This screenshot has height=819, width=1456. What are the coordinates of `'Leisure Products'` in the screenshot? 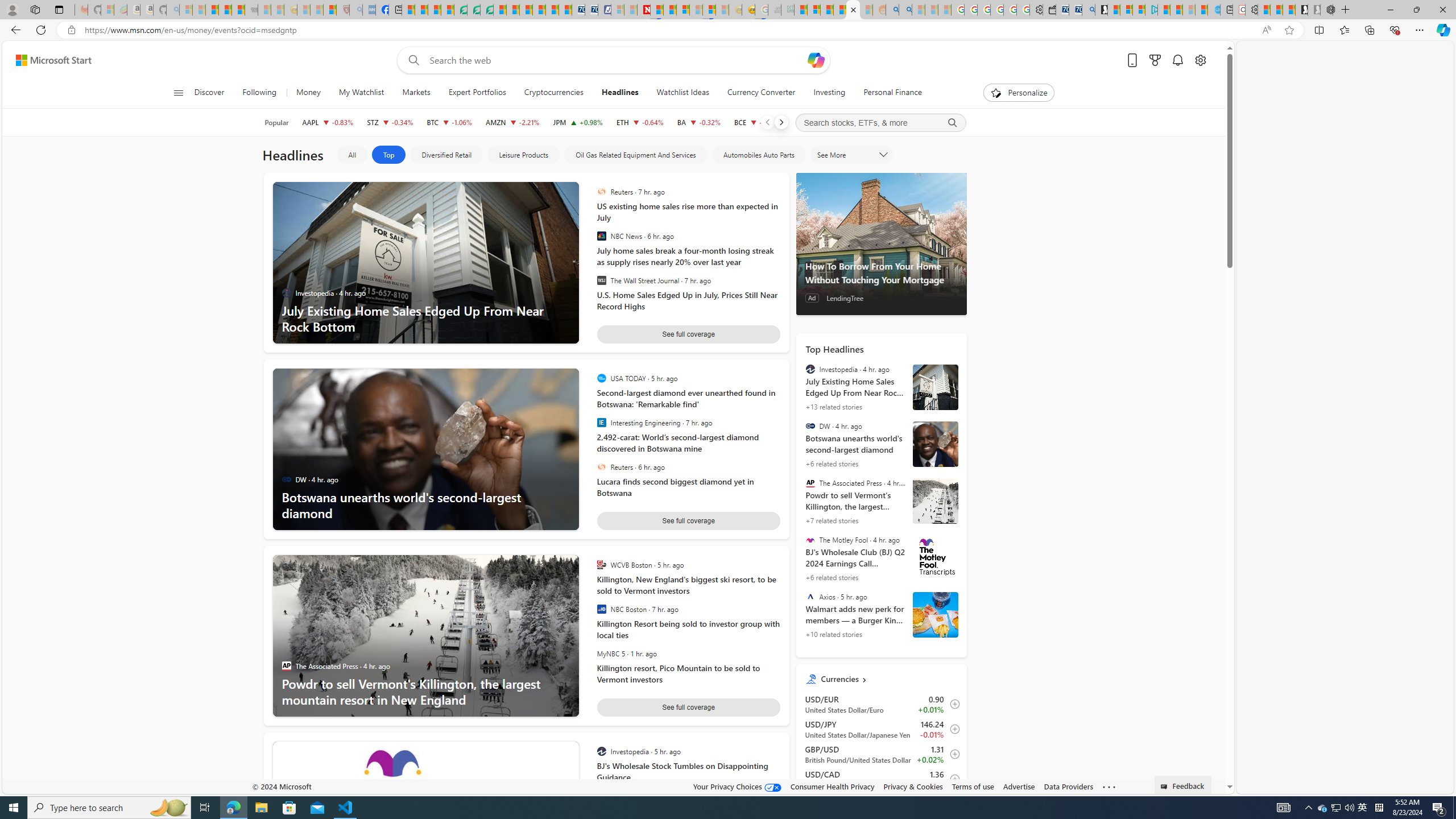 It's located at (524, 154).